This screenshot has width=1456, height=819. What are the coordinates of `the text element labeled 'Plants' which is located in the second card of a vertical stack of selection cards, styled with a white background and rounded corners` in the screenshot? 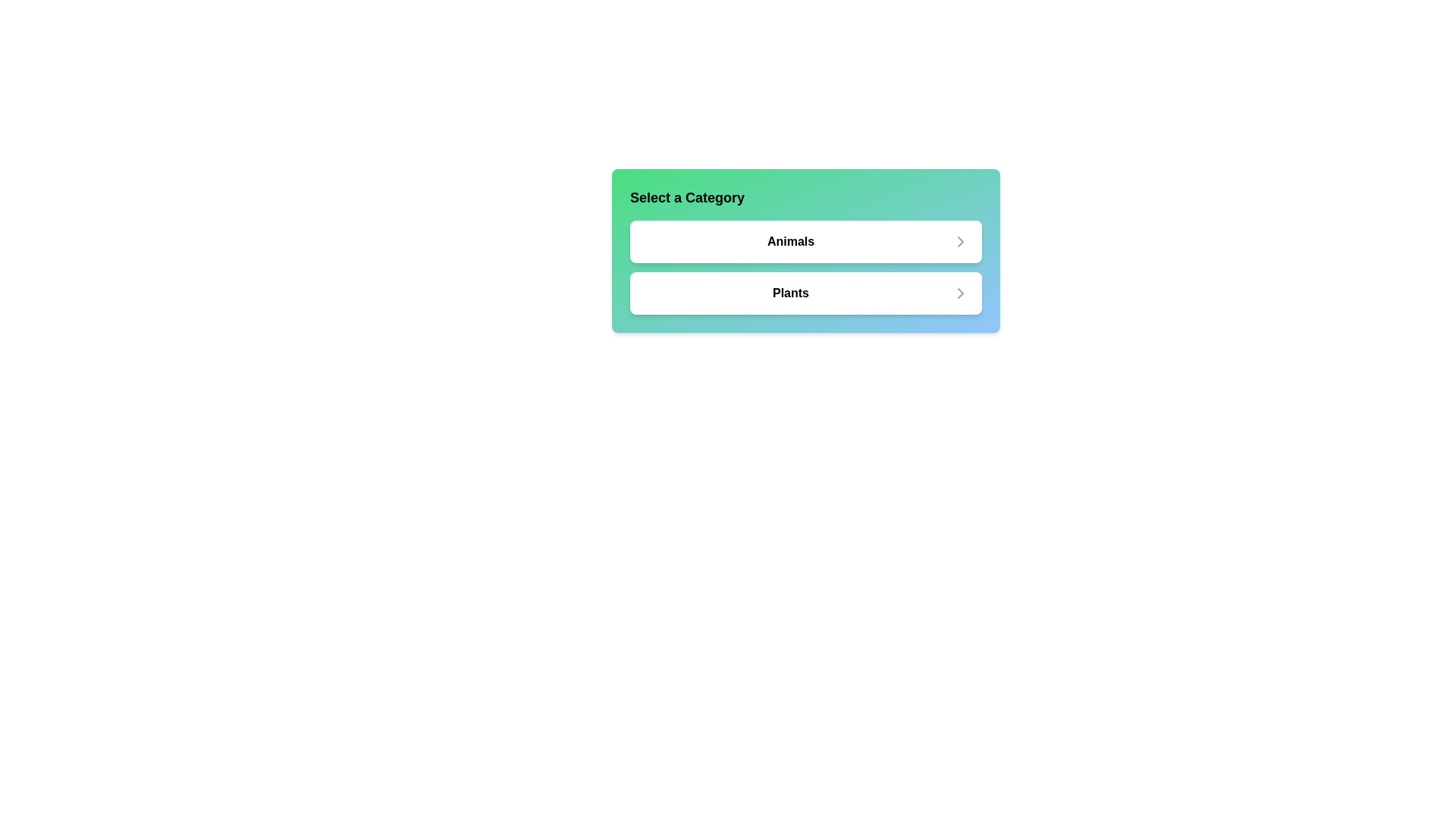 It's located at (789, 293).